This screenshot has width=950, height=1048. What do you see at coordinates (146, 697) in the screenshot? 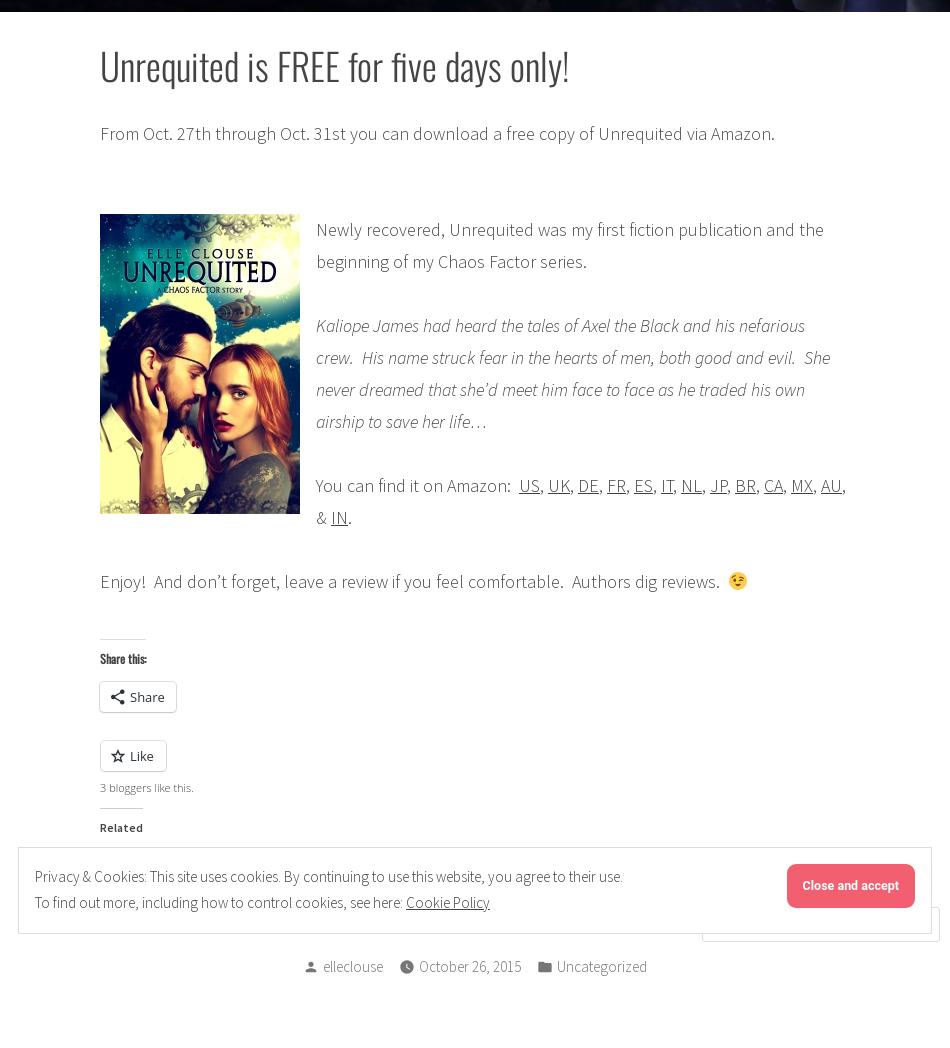
I see `'Share'` at bounding box center [146, 697].